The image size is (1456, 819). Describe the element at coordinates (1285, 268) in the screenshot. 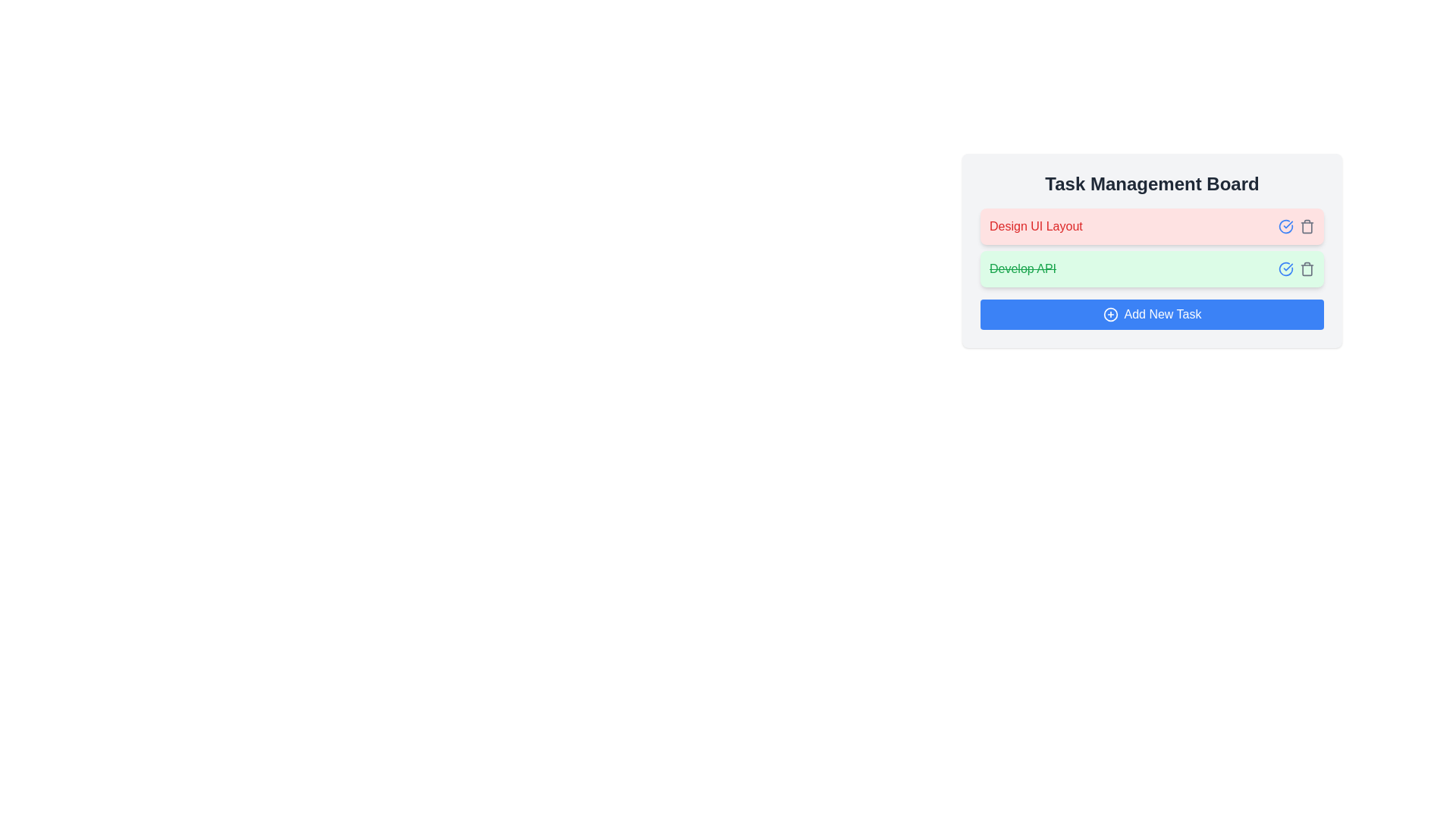

I see `the circular checkmark icon on the task management board representing task completion for 'Develop API'` at that location.